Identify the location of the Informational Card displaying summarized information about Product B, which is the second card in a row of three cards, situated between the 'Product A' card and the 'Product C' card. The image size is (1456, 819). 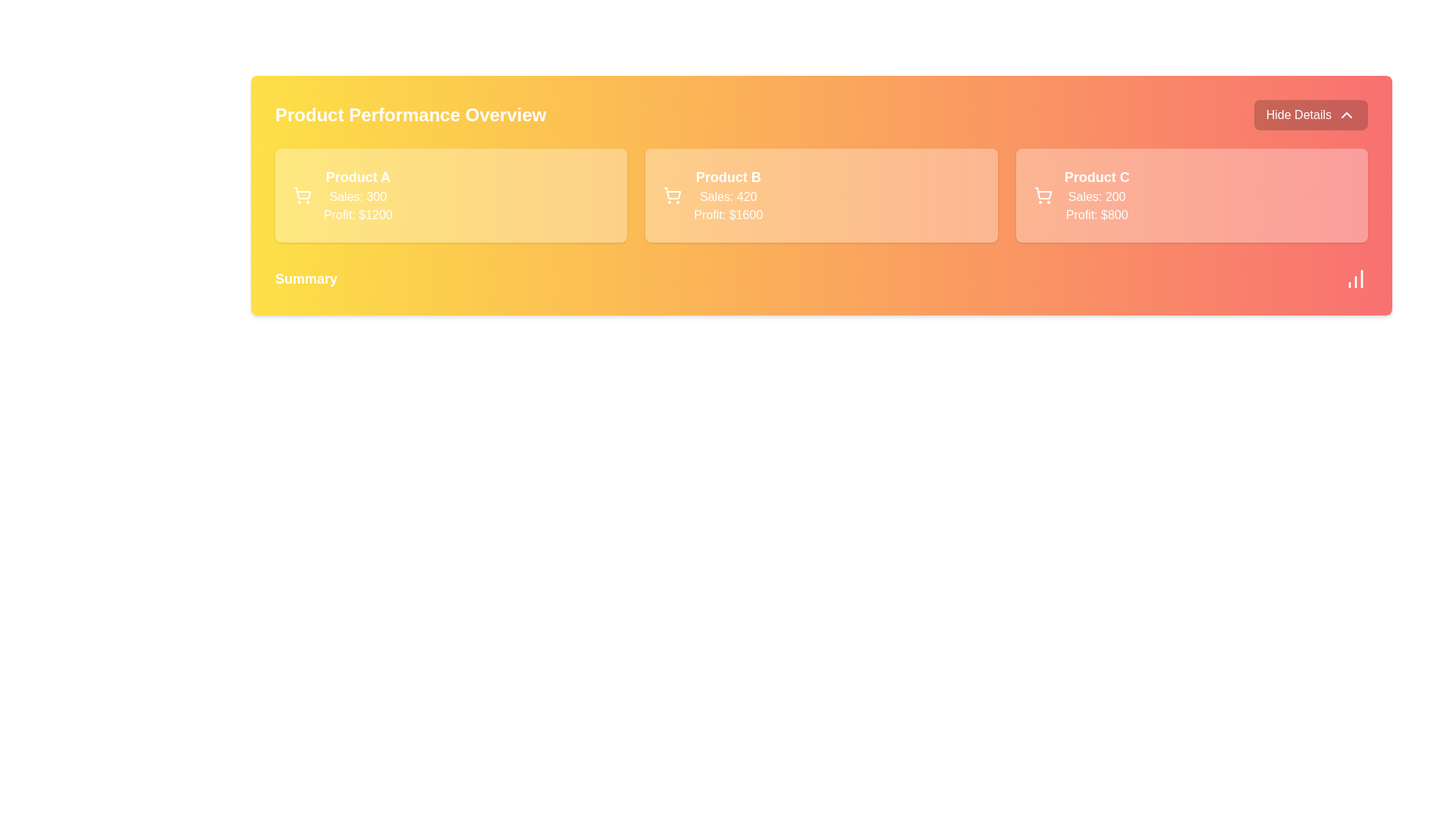
(821, 195).